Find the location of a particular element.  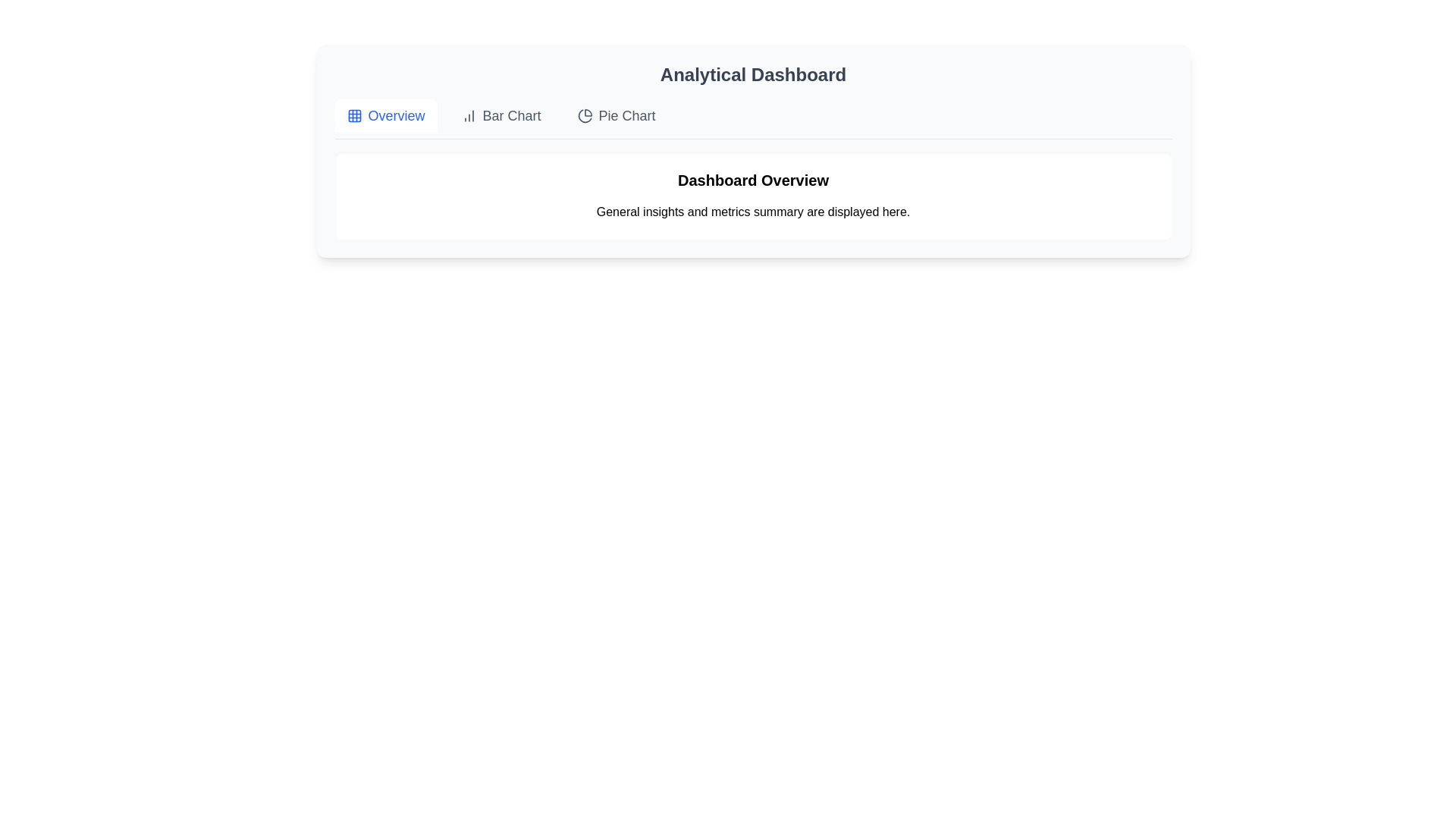

the visual state of the sub-section of the grid icon located at the upper left corner of the grid-like icon in the navigation bar, which is styled in blue is located at coordinates (353, 115).